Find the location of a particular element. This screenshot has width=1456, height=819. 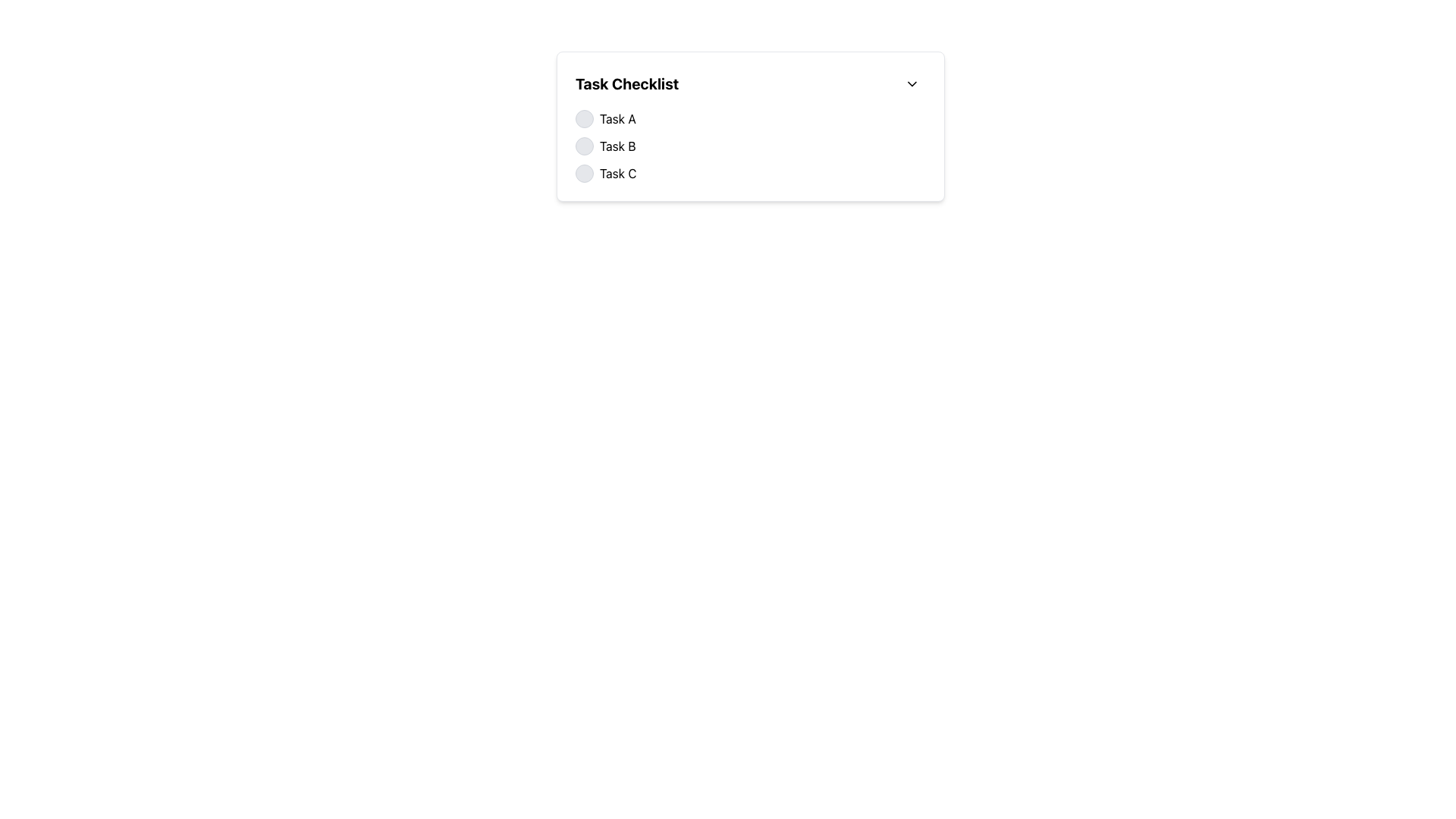

the third checklist item labeled 'Task C' in the Task Checklist interface to interact with the checkbox is located at coordinates (750, 172).